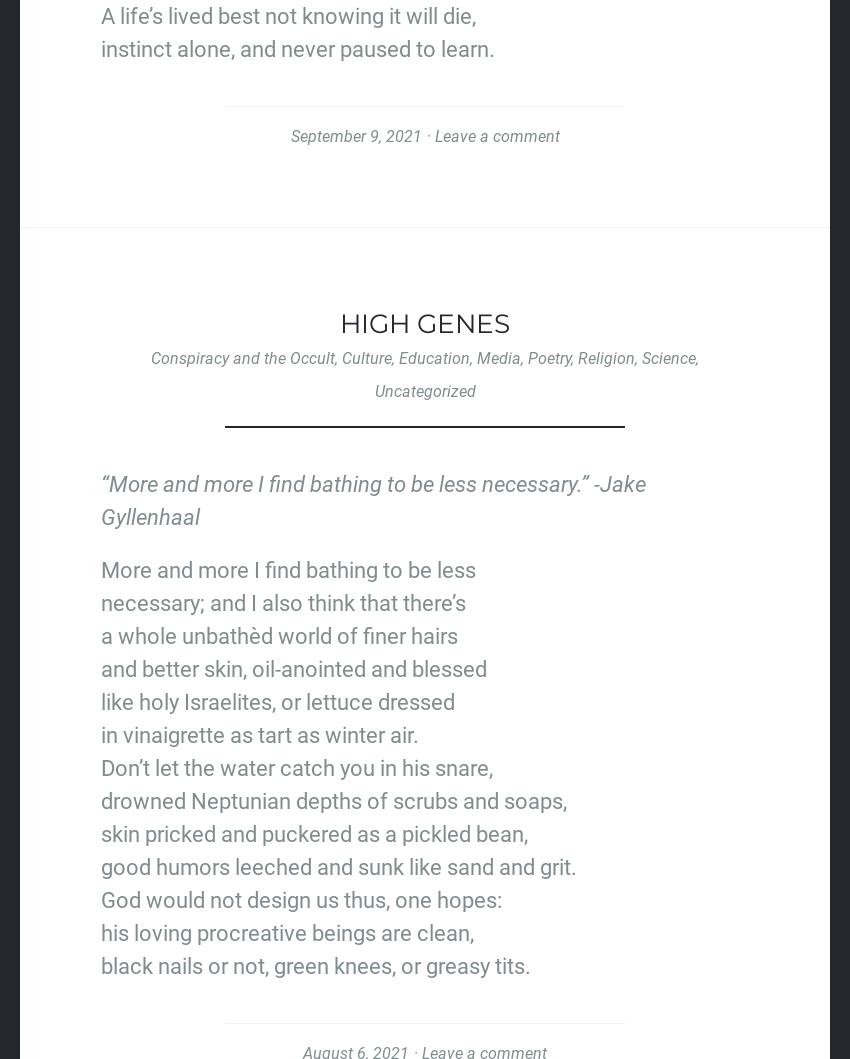 The height and width of the screenshot is (1059, 850). What do you see at coordinates (605, 357) in the screenshot?
I see `'Religion'` at bounding box center [605, 357].